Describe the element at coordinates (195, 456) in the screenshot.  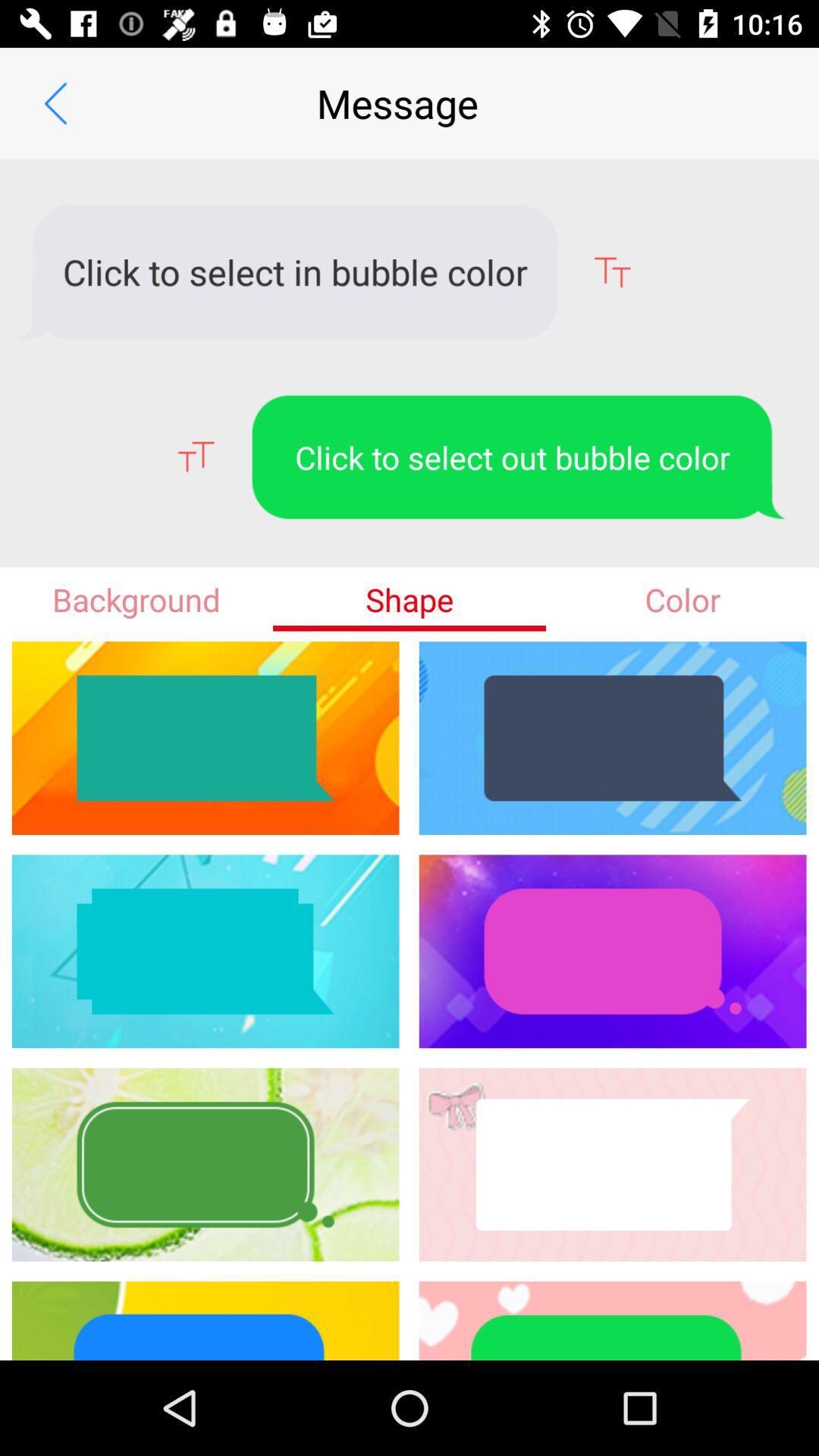
I see `the font icon` at that location.